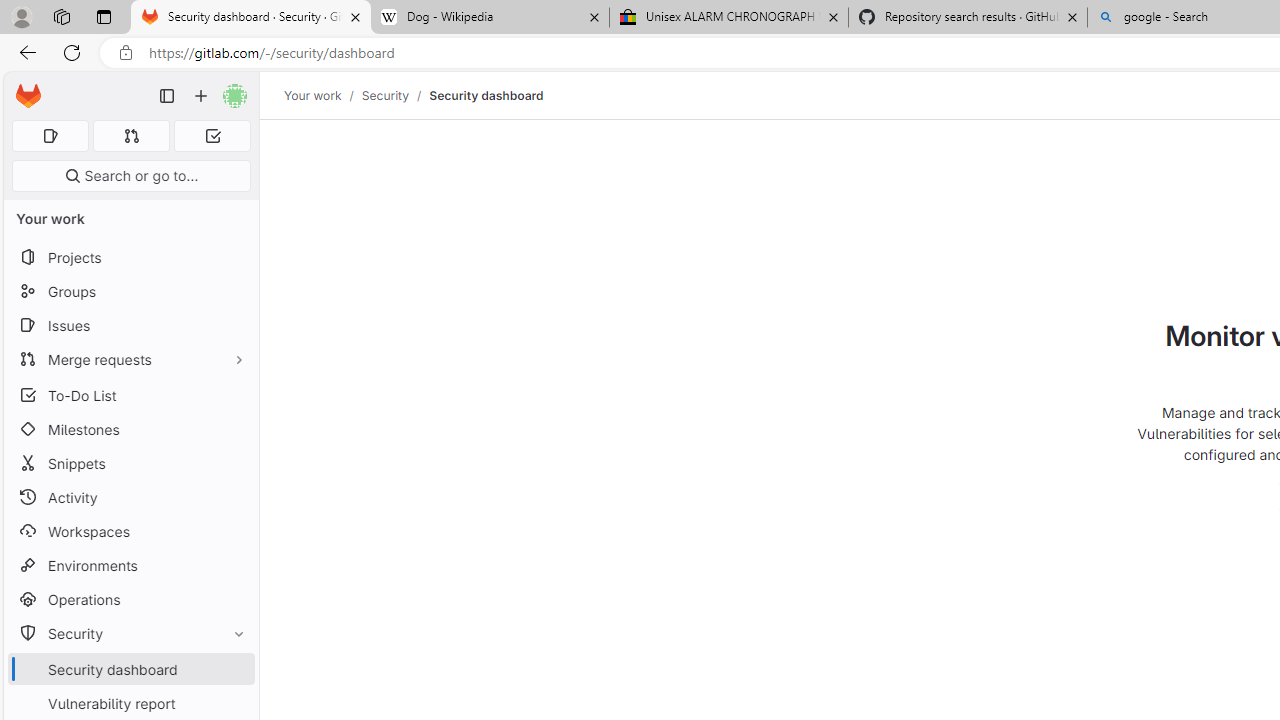  What do you see at coordinates (130, 395) in the screenshot?
I see `'To-Do List'` at bounding box center [130, 395].